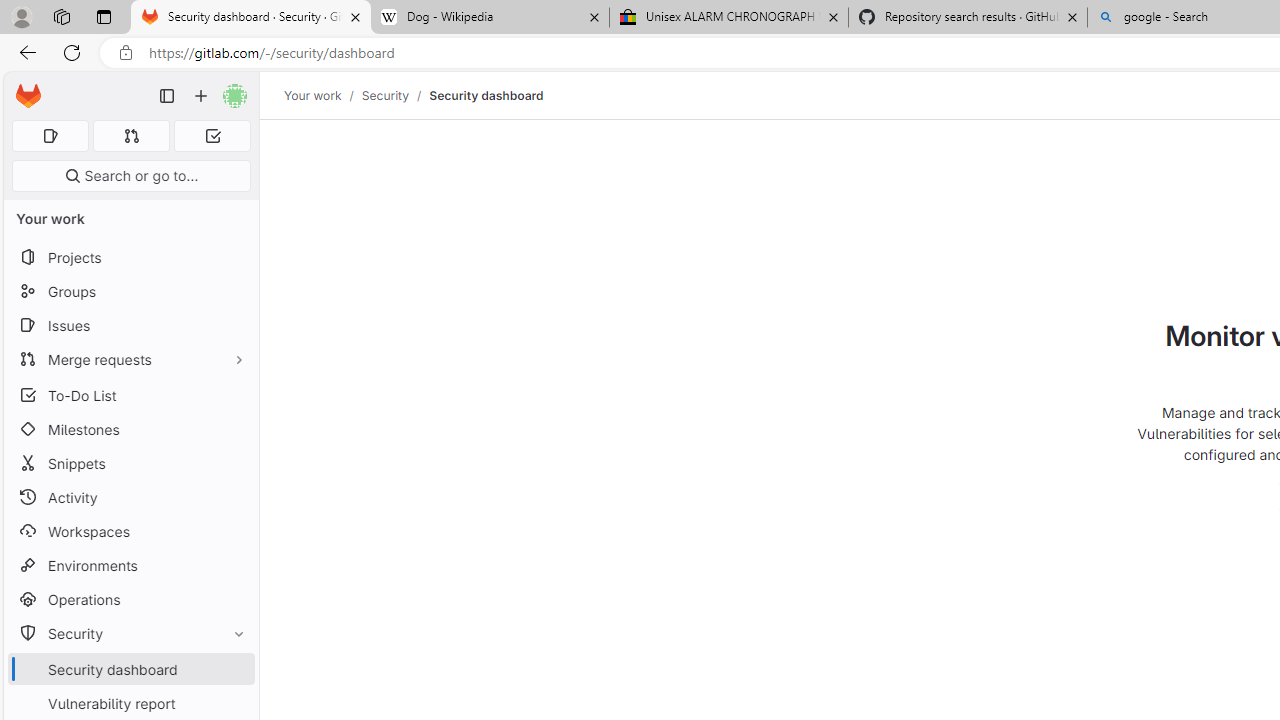  What do you see at coordinates (130, 395) in the screenshot?
I see `'To-Do List'` at bounding box center [130, 395].